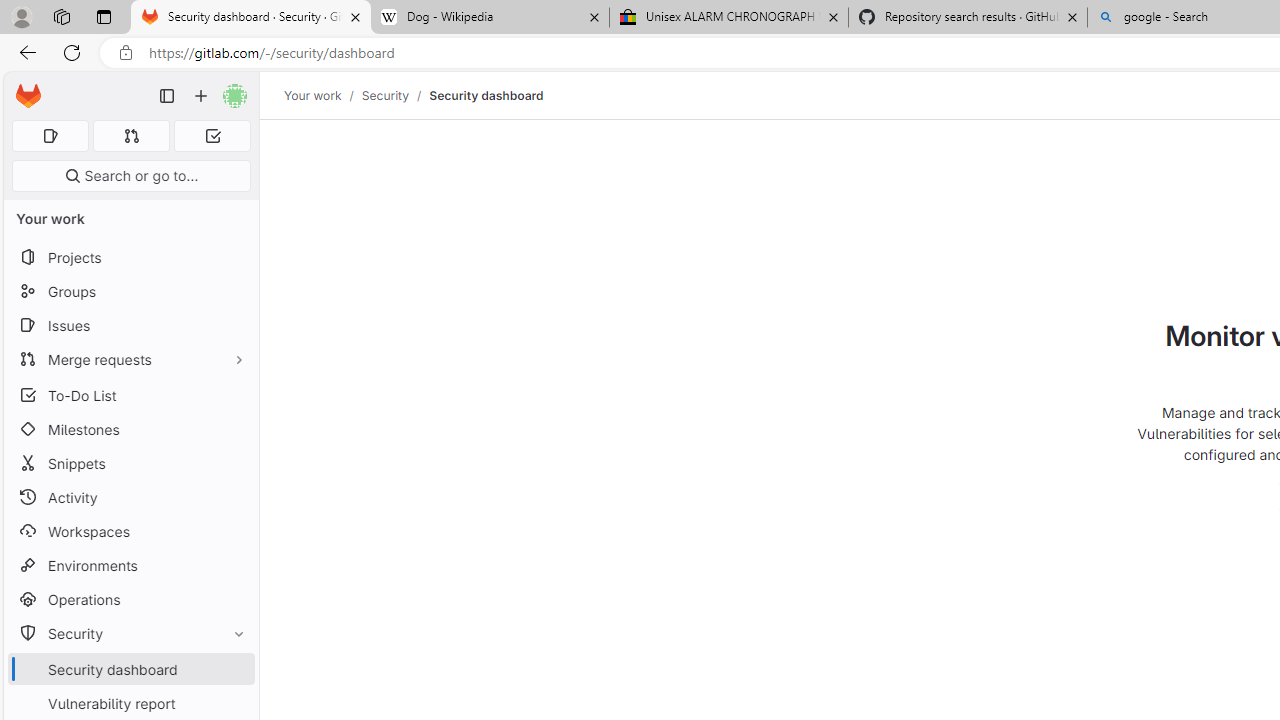  What do you see at coordinates (130, 395) in the screenshot?
I see `'To-Do List'` at bounding box center [130, 395].